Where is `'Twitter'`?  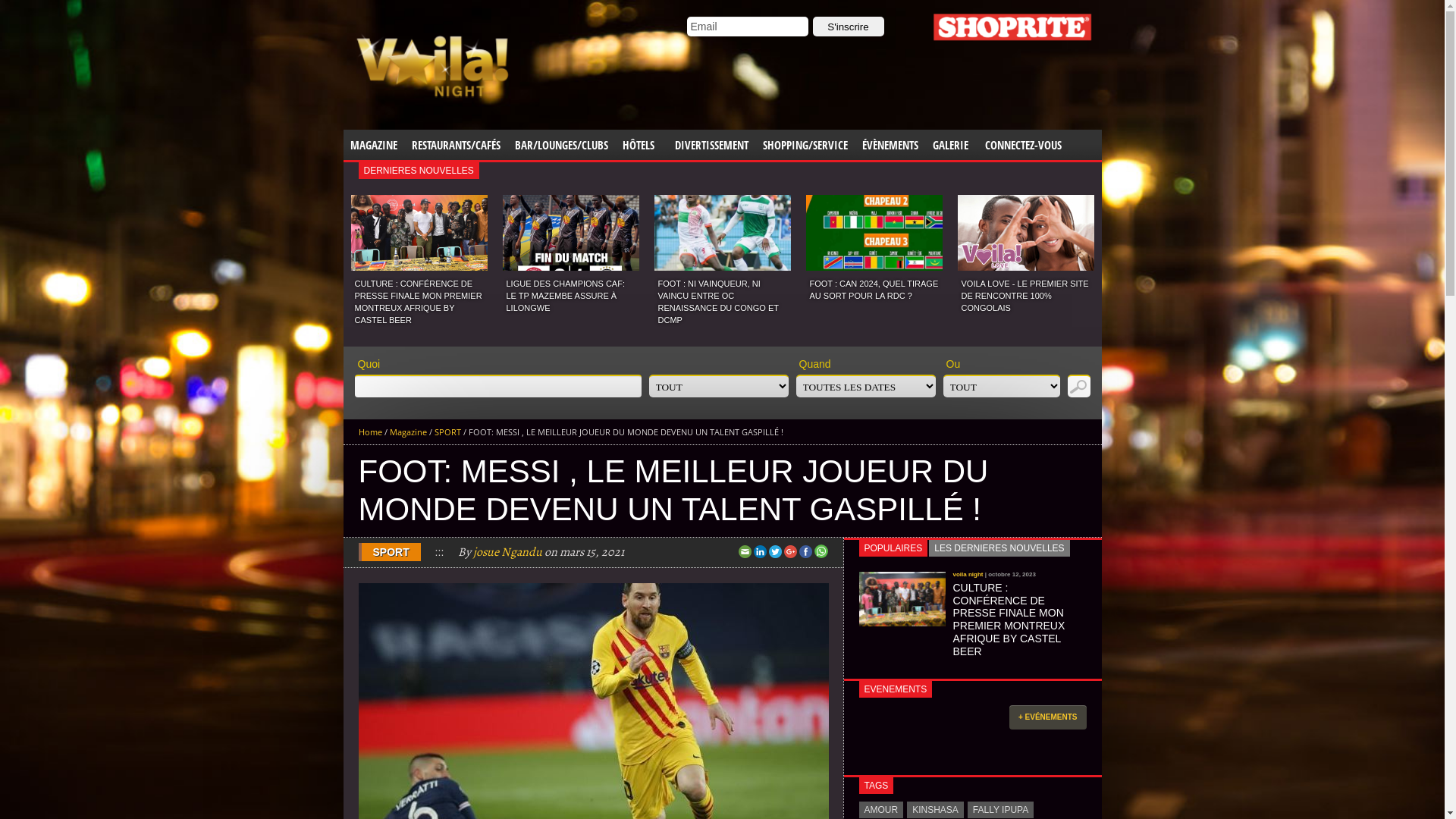
'Twitter' is located at coordinates (768, 551).